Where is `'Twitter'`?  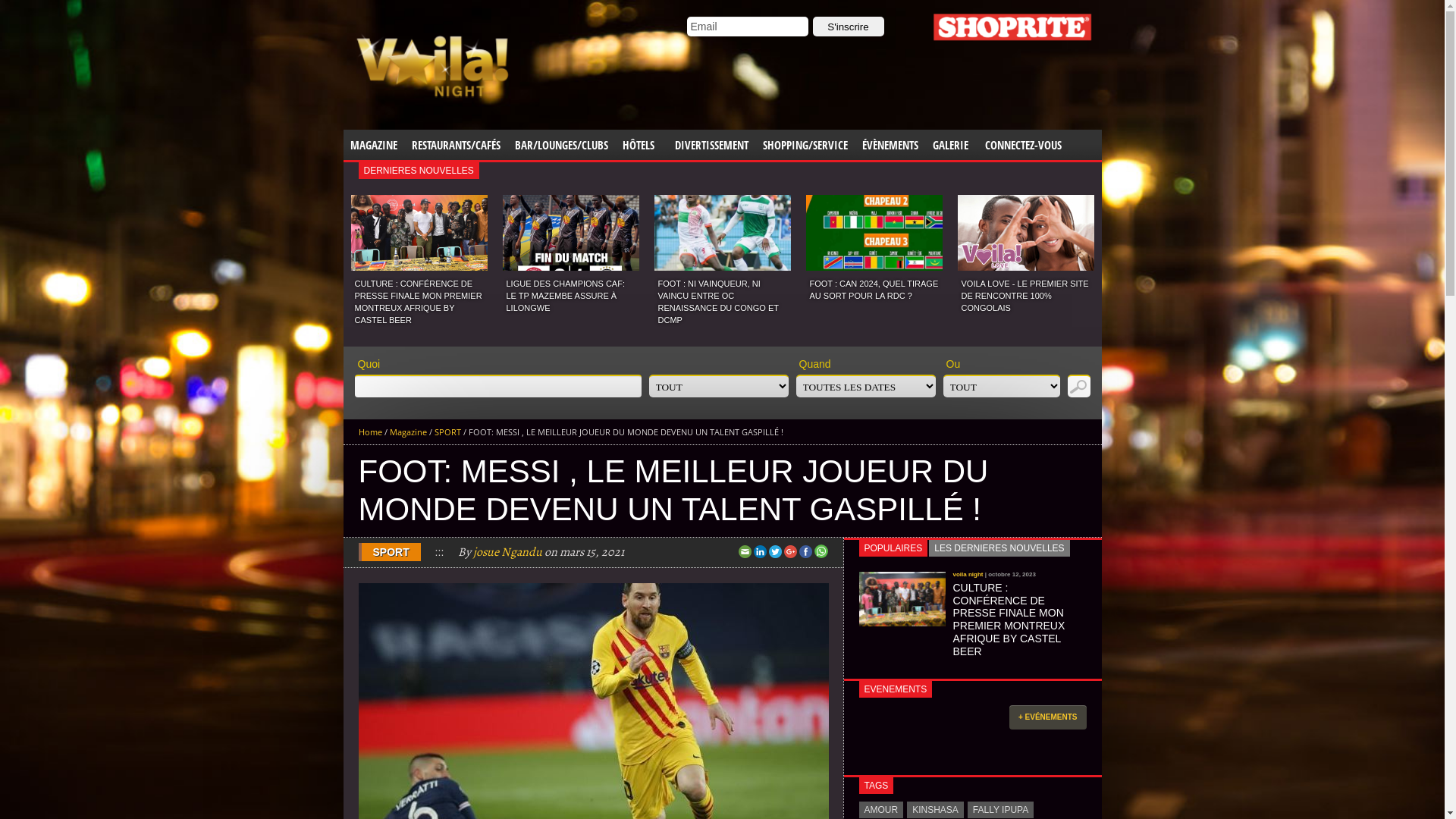
'Twitter' is located at coordinates (768, 551).